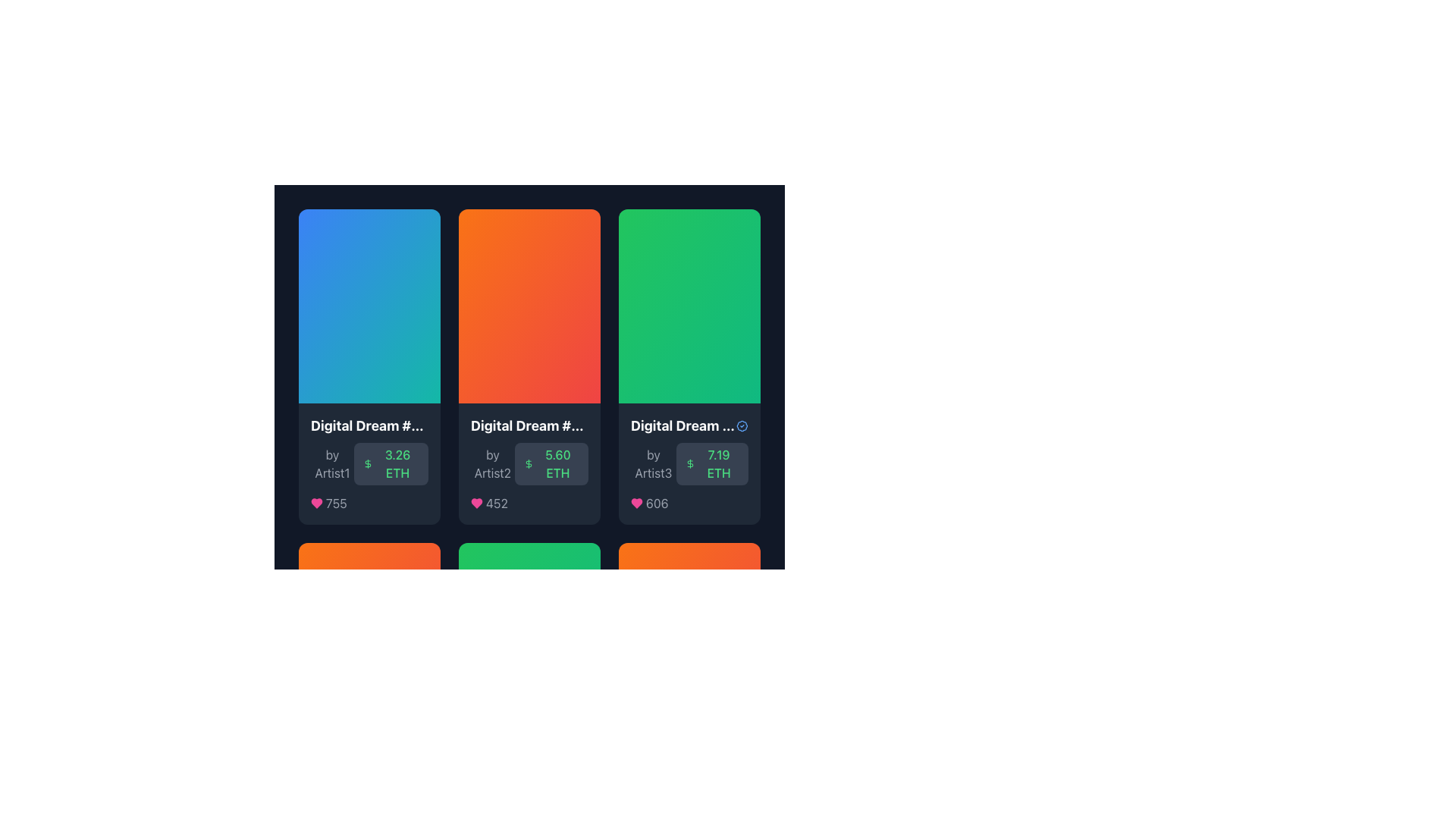 The height and width of the screenshot is (819, 1456). Describe the element at coordinates (682, 426) in the screenshot. I see `the Text Label displaying 'Digital Dream #3222' which is located in the third column of the grid layout, adjacent to an icon element` at that location.